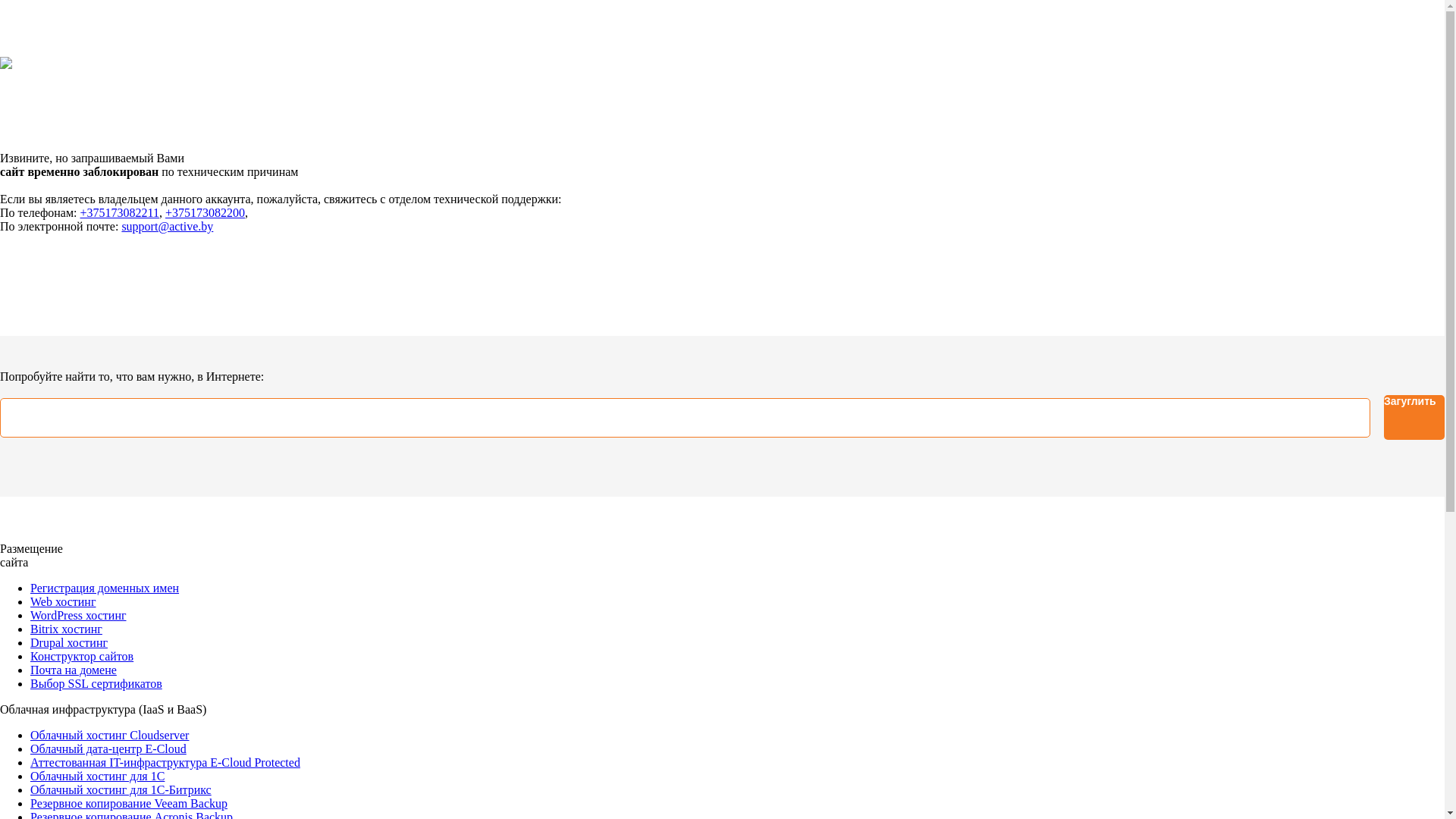 This screenshot has height=819, width=1456. What do you see at coordinates (165, 212) in the screenshot?
I see `'+375173082200'` at bounding box center [165, 212].